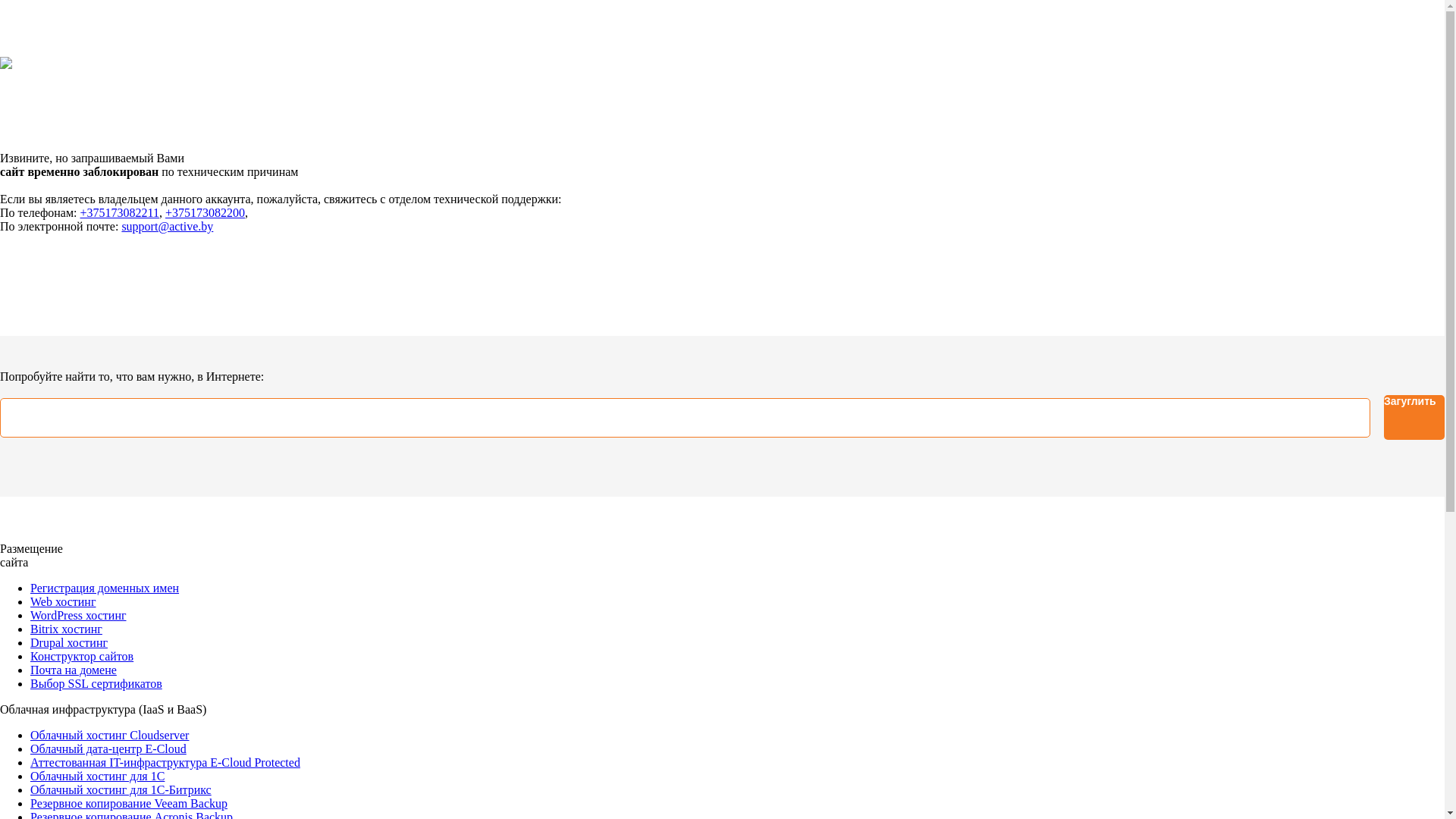 This screenshot has height=819, width=1456. What do you see at coordinates (165, 212) in the screenshot?
I see `'+375173082200'` at bounding box center [165, 212].